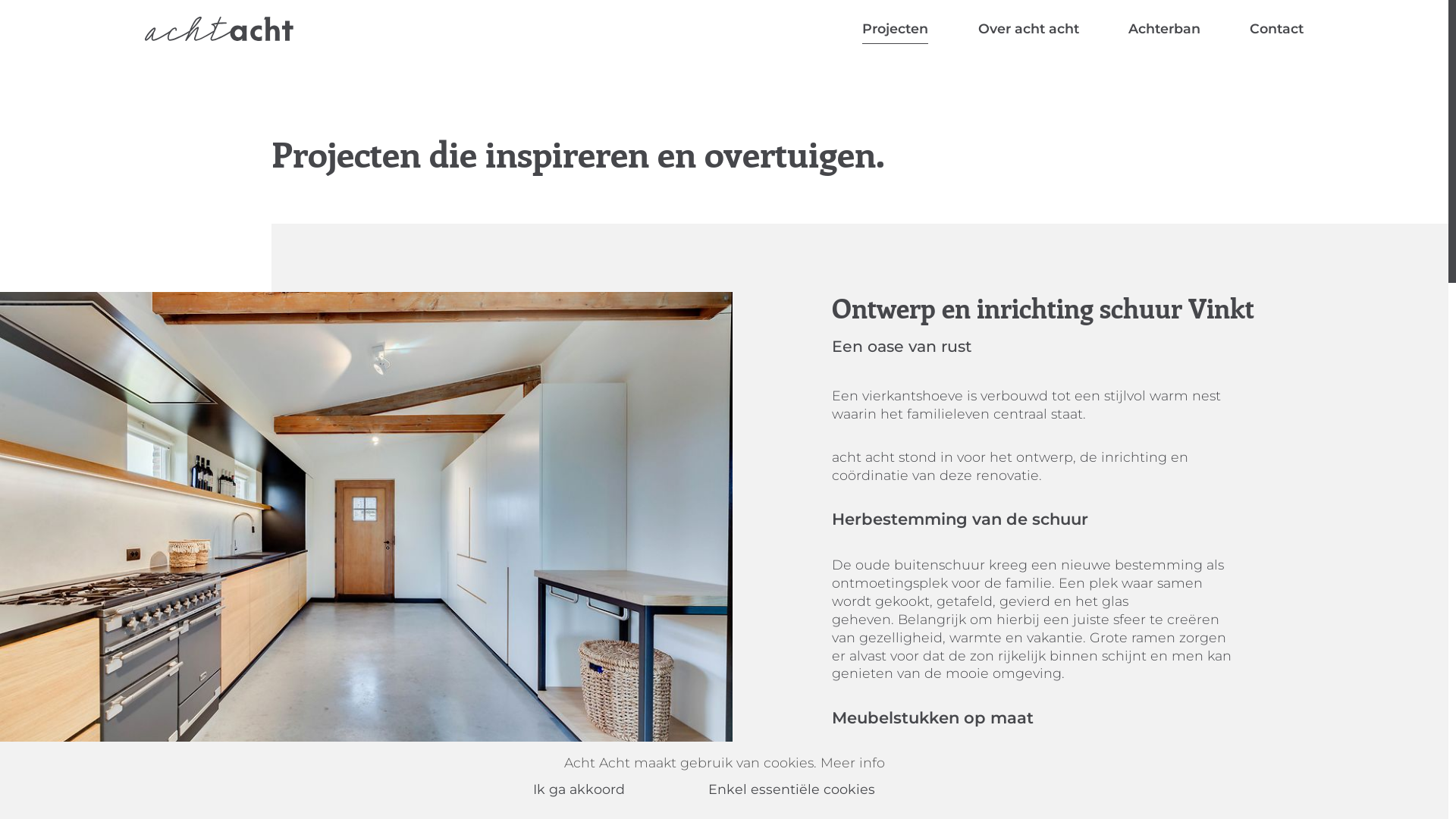  Describe the element at coordinates (598, 789) in the screenshot. I see `'Ik ga akkoord'` at that location.